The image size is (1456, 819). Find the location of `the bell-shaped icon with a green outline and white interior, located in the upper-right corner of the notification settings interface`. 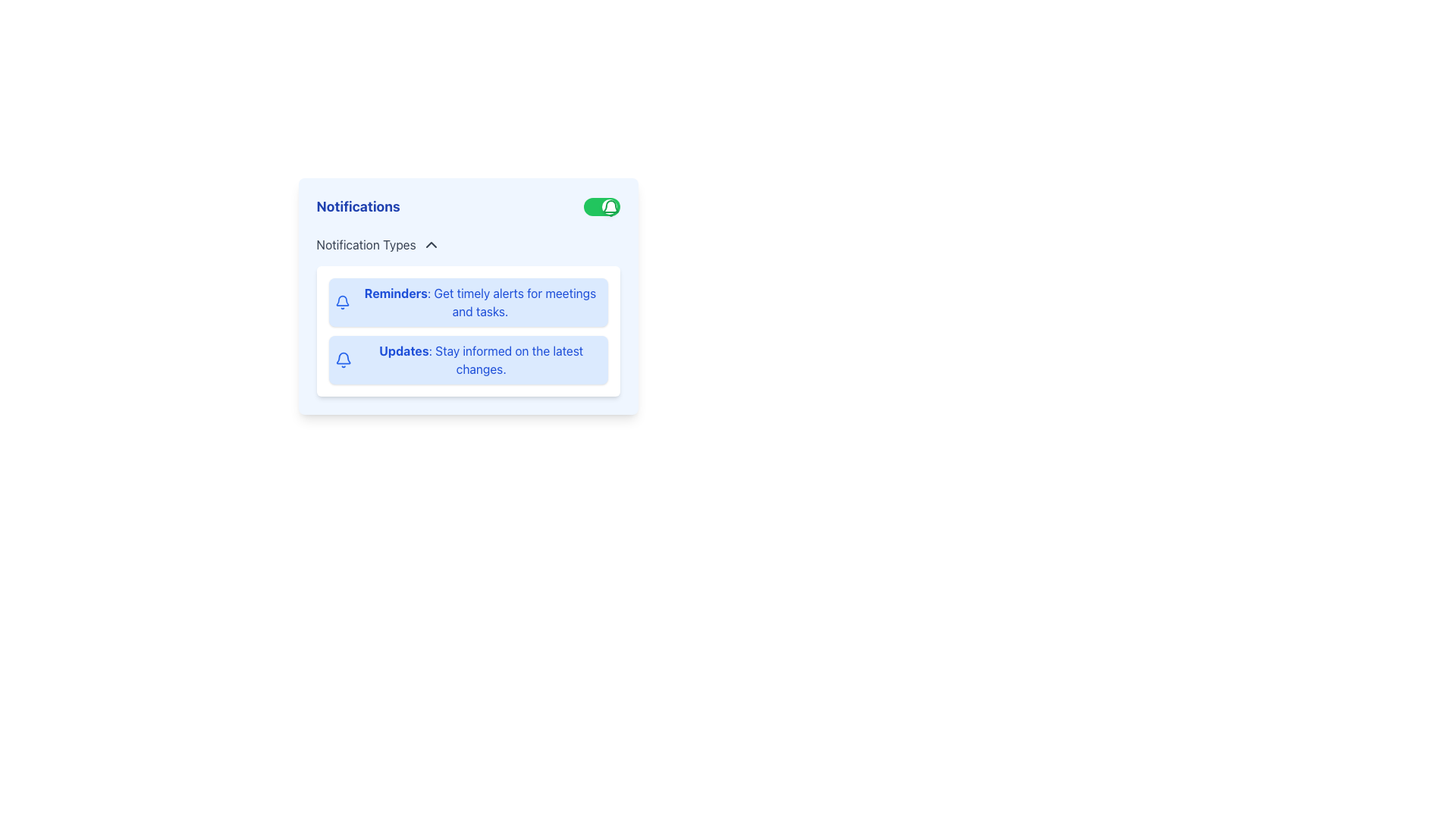

the bell-shaped icon with a green outline and white interior, located in the upper-right corner of the notification settings interface is located at coordinates (610, 208).